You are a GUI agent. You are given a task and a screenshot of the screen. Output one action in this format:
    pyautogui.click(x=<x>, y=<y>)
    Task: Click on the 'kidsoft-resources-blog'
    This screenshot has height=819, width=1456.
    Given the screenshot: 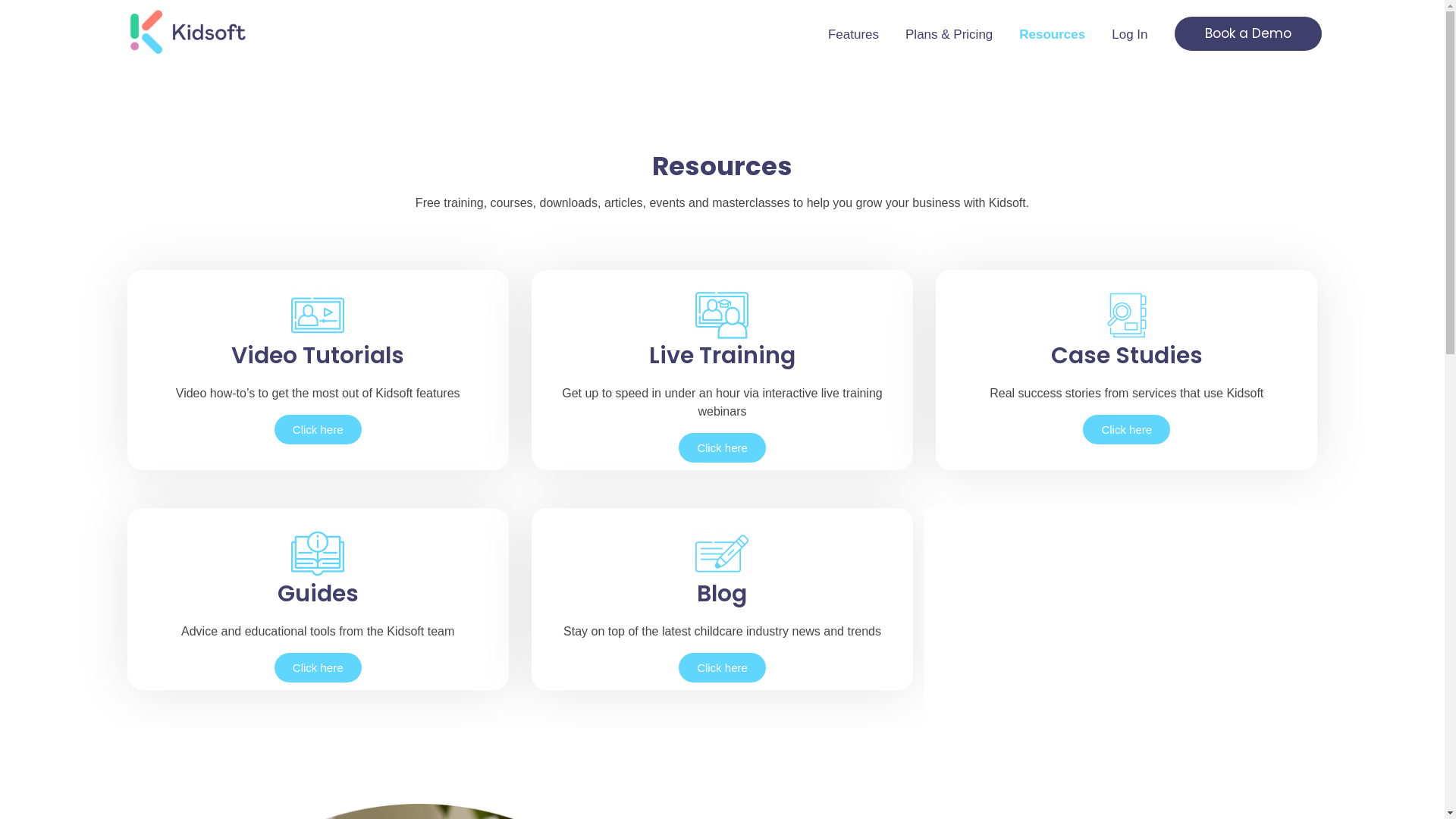 What is the action you would take?
    pyautogui.click(x=720, y=553)
    